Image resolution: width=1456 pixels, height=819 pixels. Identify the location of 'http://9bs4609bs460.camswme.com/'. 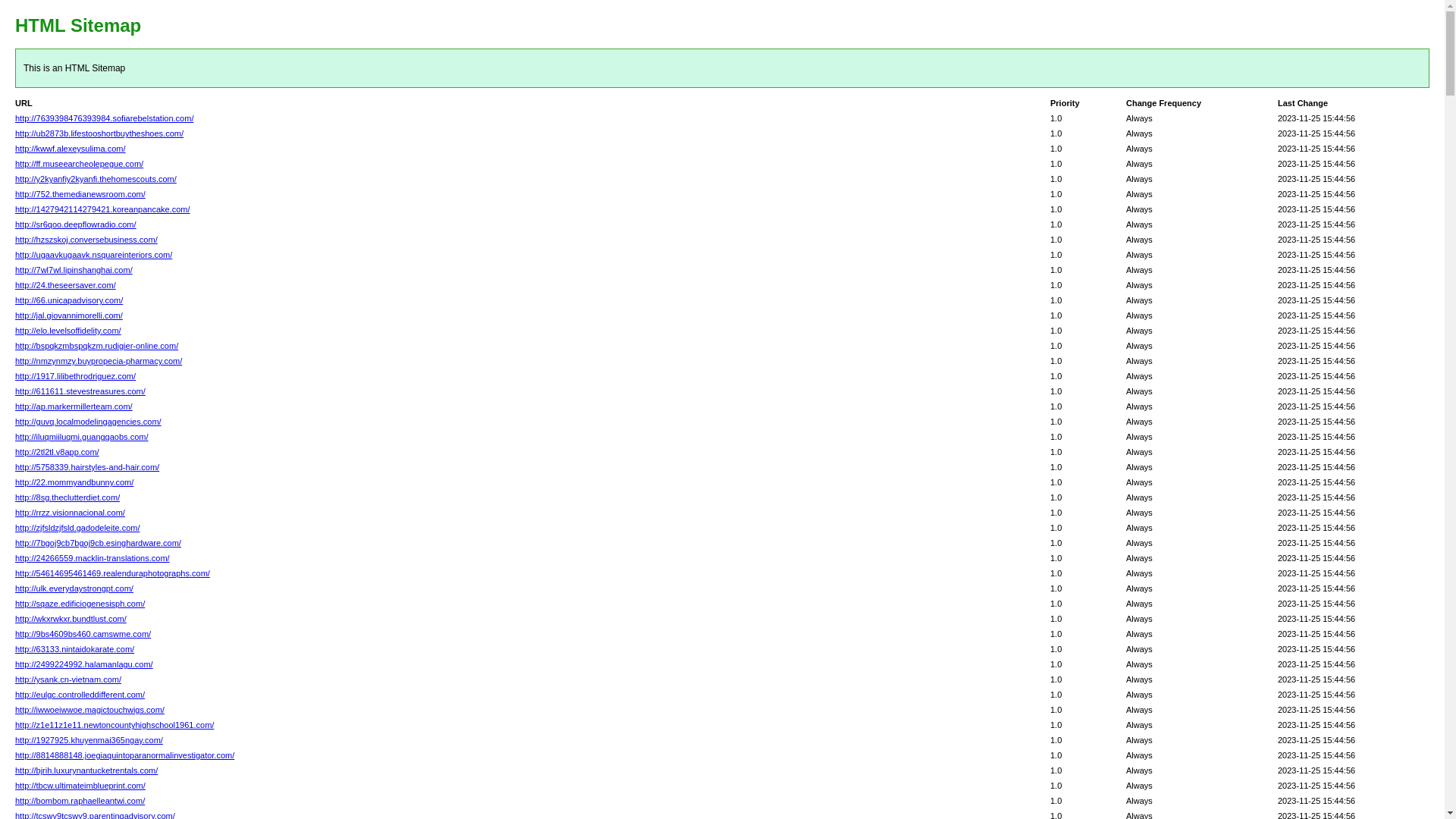
(82, 634).